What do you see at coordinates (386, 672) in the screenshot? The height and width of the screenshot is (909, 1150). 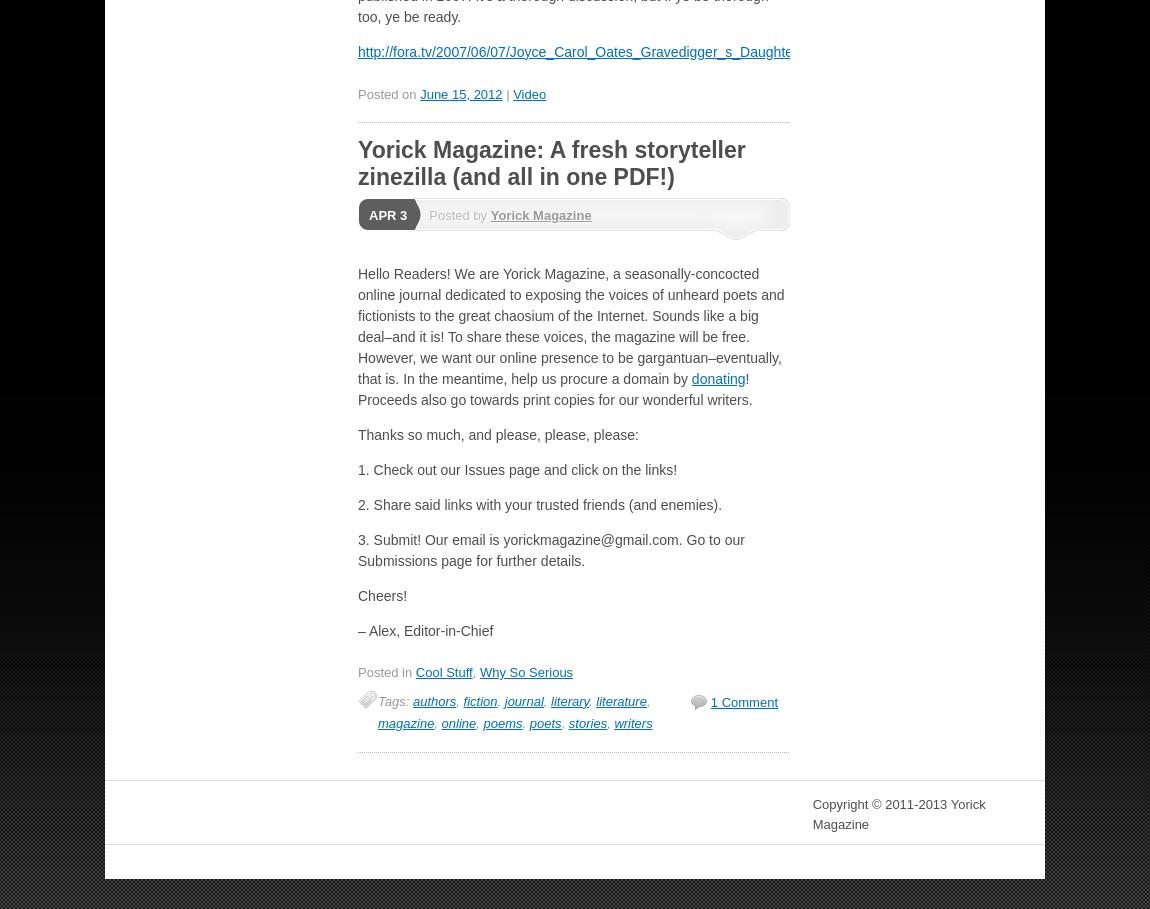 I see `'Posted in'` at bounding box center [386, 672].